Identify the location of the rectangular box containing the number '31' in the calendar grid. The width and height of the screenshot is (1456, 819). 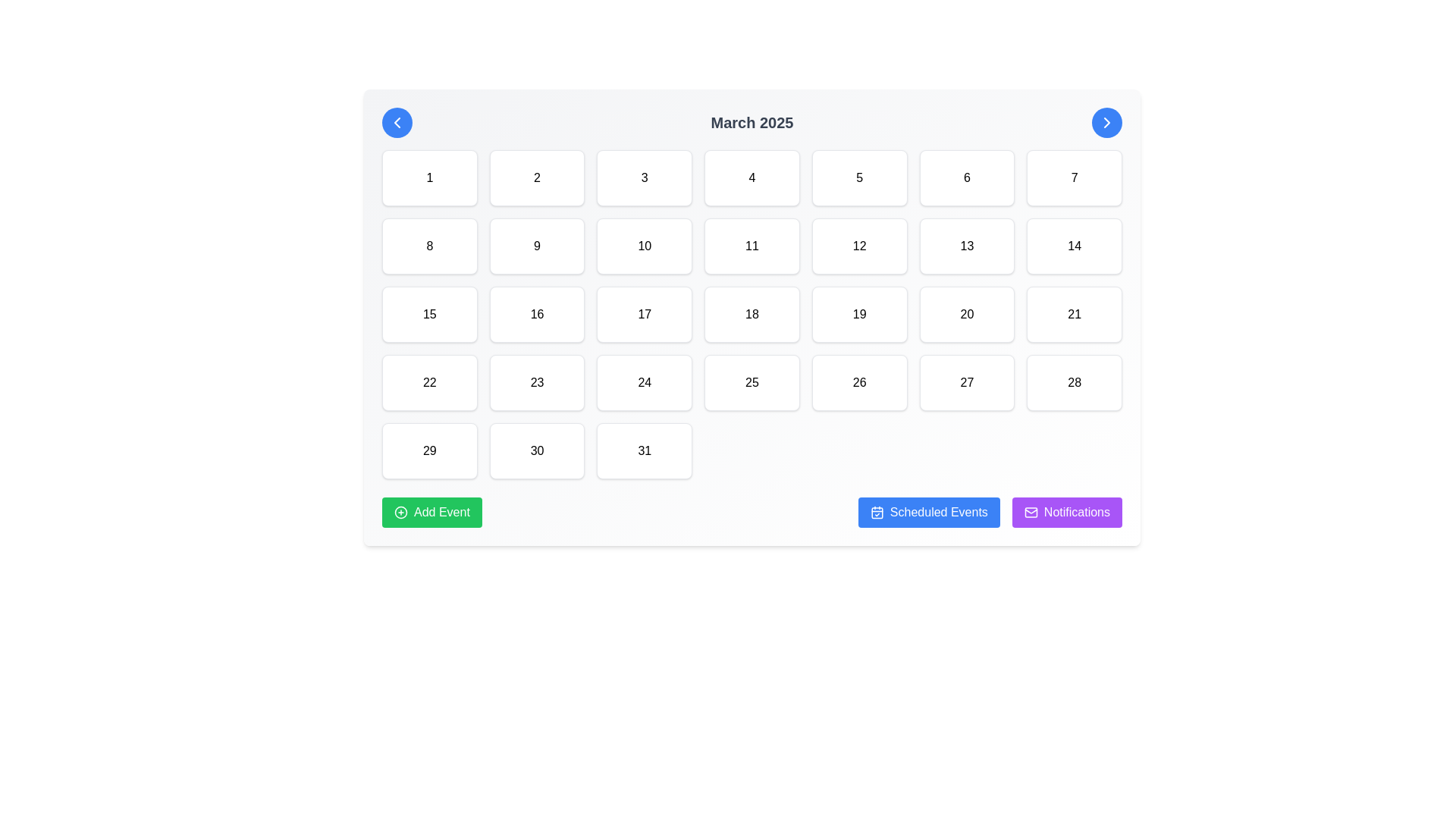
(645, 450).